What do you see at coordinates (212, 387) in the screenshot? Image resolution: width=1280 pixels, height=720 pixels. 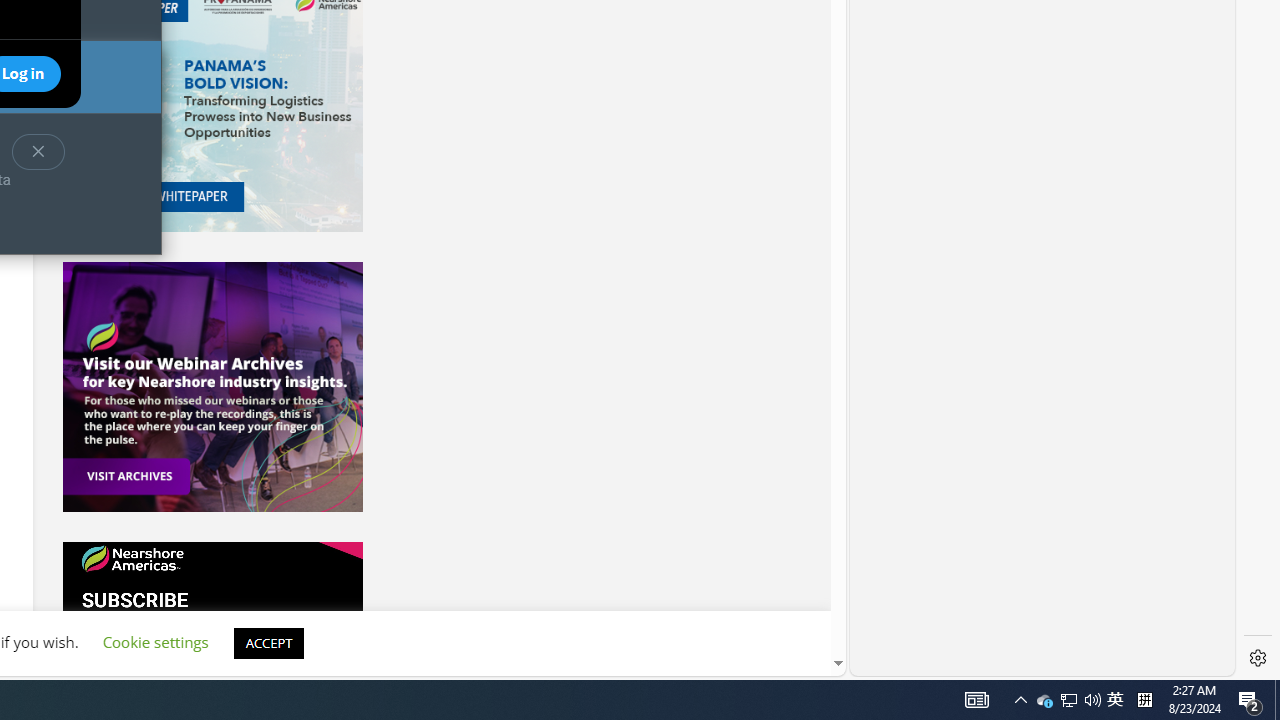 I see `'Events-Banner-Ad.jpg'` at bounding box center [212, 387].